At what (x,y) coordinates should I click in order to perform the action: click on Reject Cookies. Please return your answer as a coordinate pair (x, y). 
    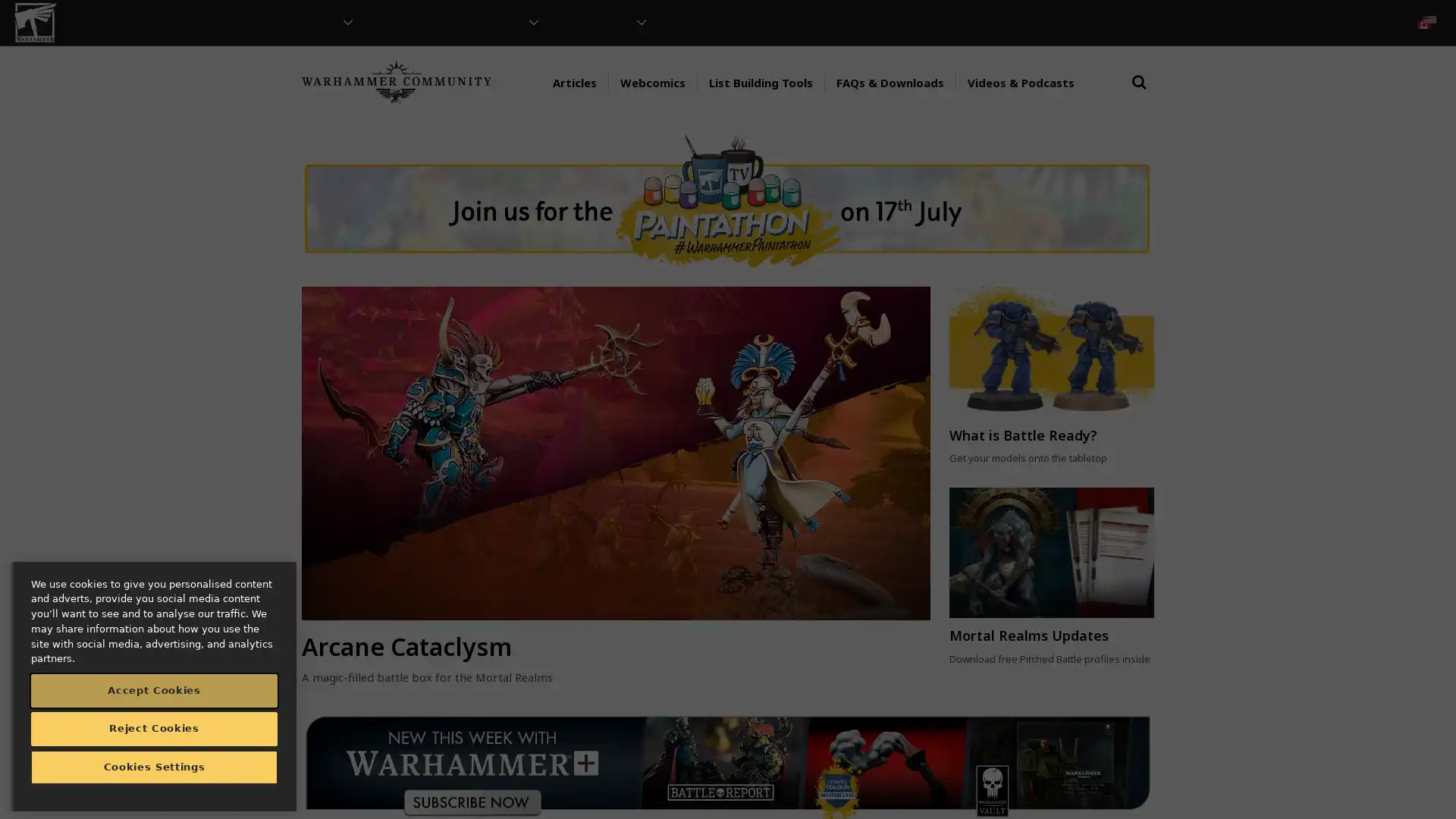
    Looking at the image, I should click on (154, 727).